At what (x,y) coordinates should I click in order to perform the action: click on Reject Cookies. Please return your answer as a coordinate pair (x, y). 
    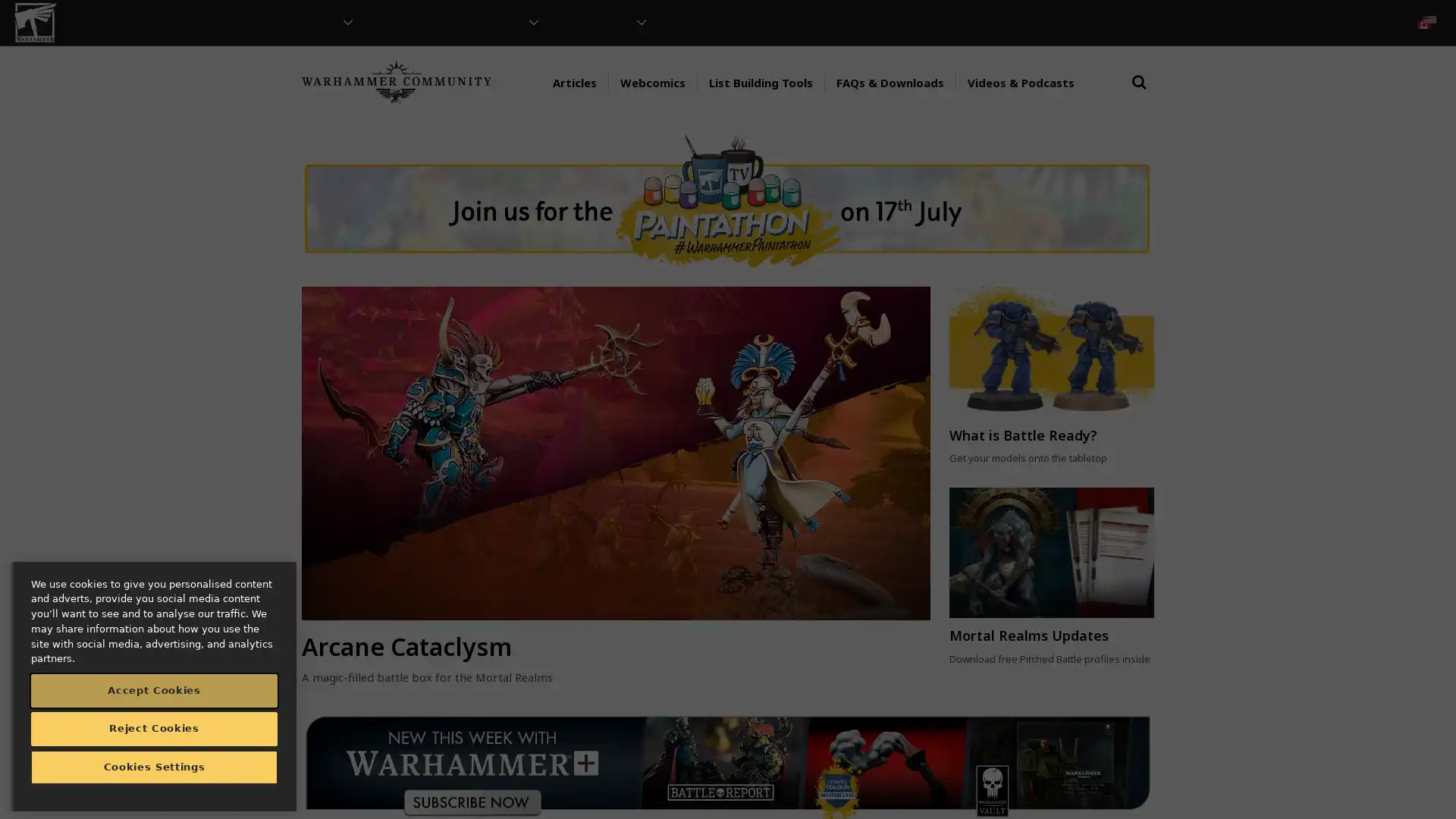
    Looking at the image, I should click on (154, 727).